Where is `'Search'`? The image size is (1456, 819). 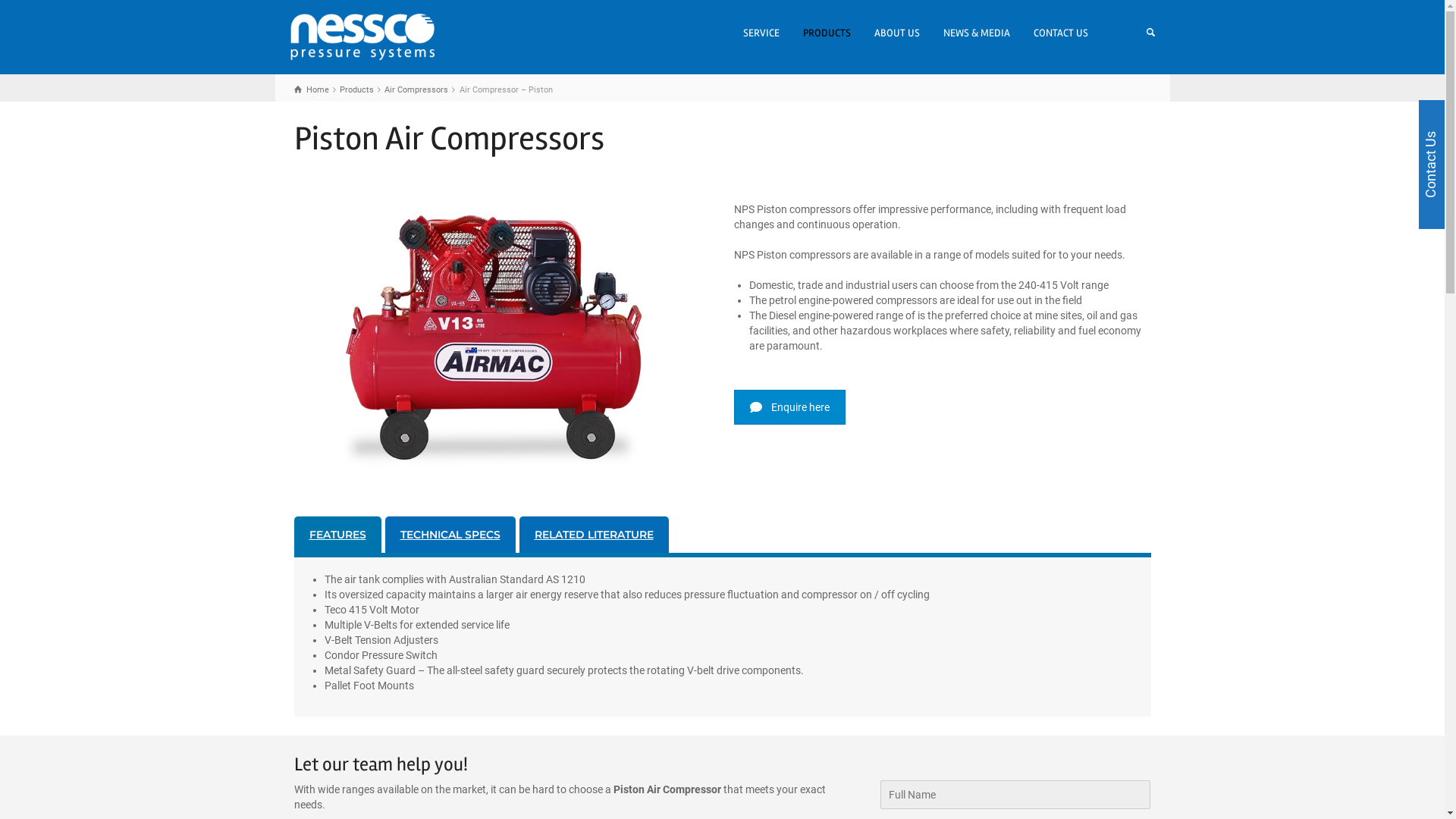
'Search' is located at coordinates (1135, 33).